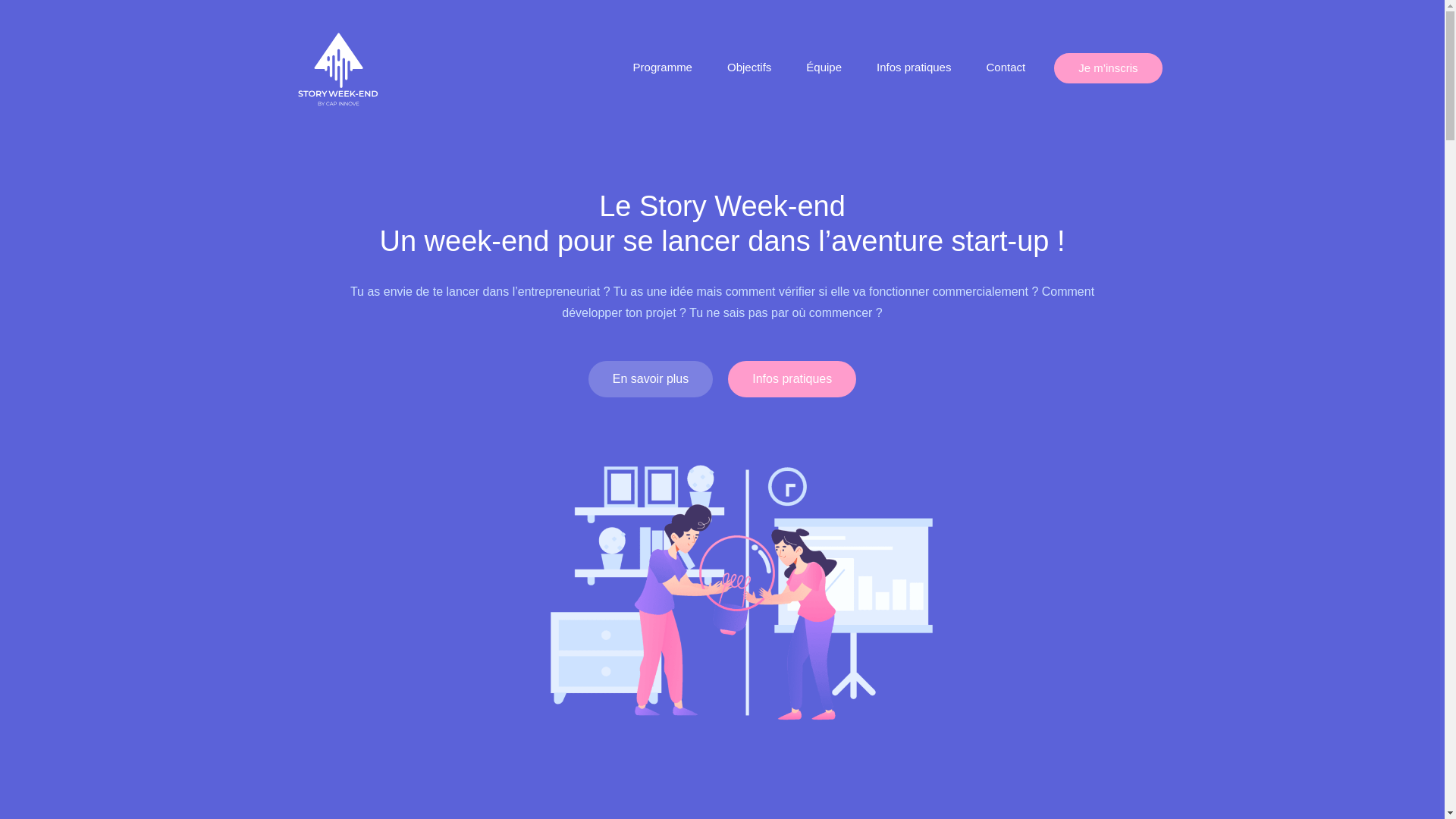 The height and width of the screenshot is (819, 1456). What do you see at coordinates (912, 67) in the screenshot?
I see `'Infos pratiques'` at bounding box center [912, 67].